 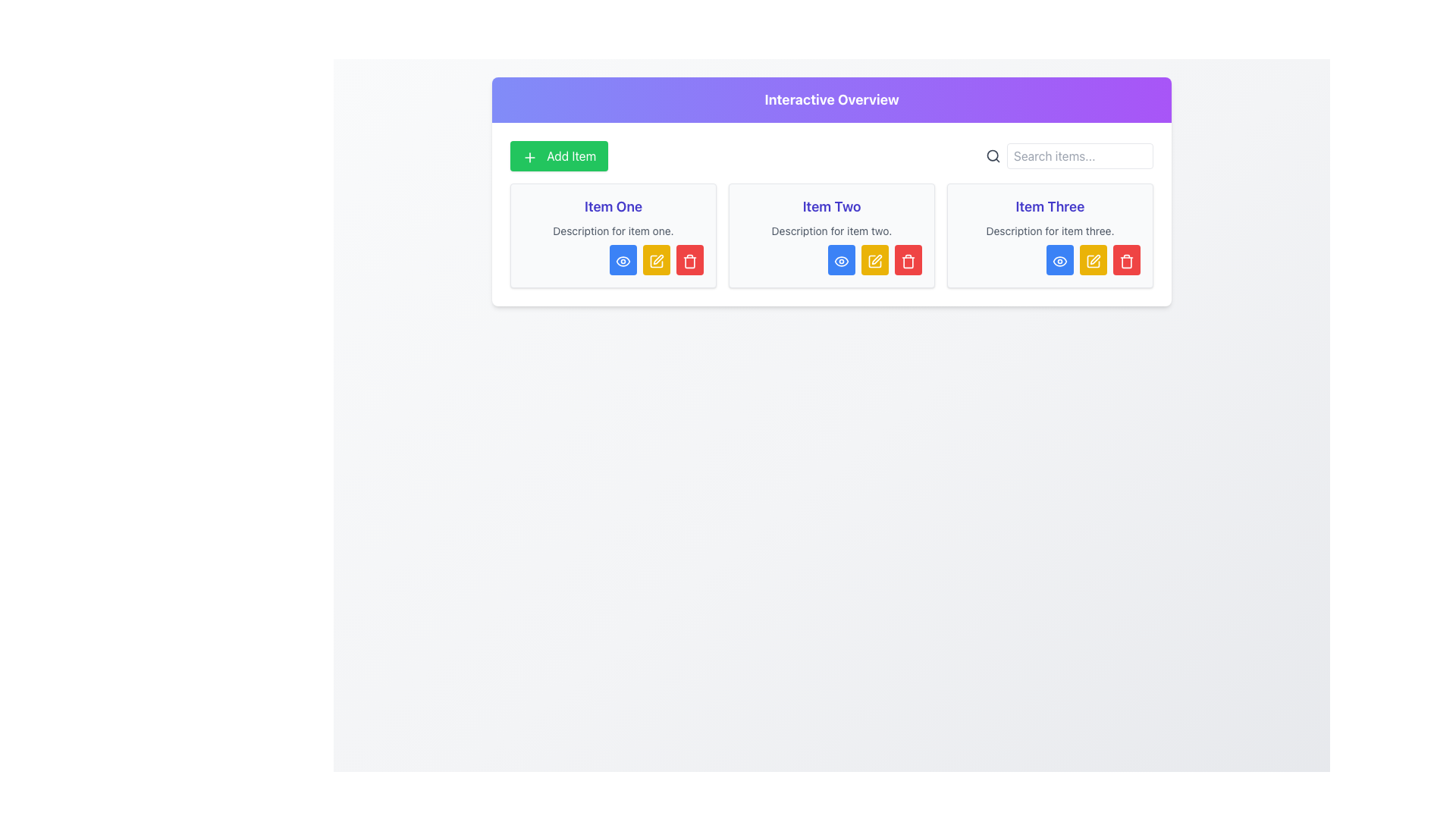 I want to click on the edit action icon for 'Item Two', which is the second icon in the button group located beneath it, so click(x=874, y=259).